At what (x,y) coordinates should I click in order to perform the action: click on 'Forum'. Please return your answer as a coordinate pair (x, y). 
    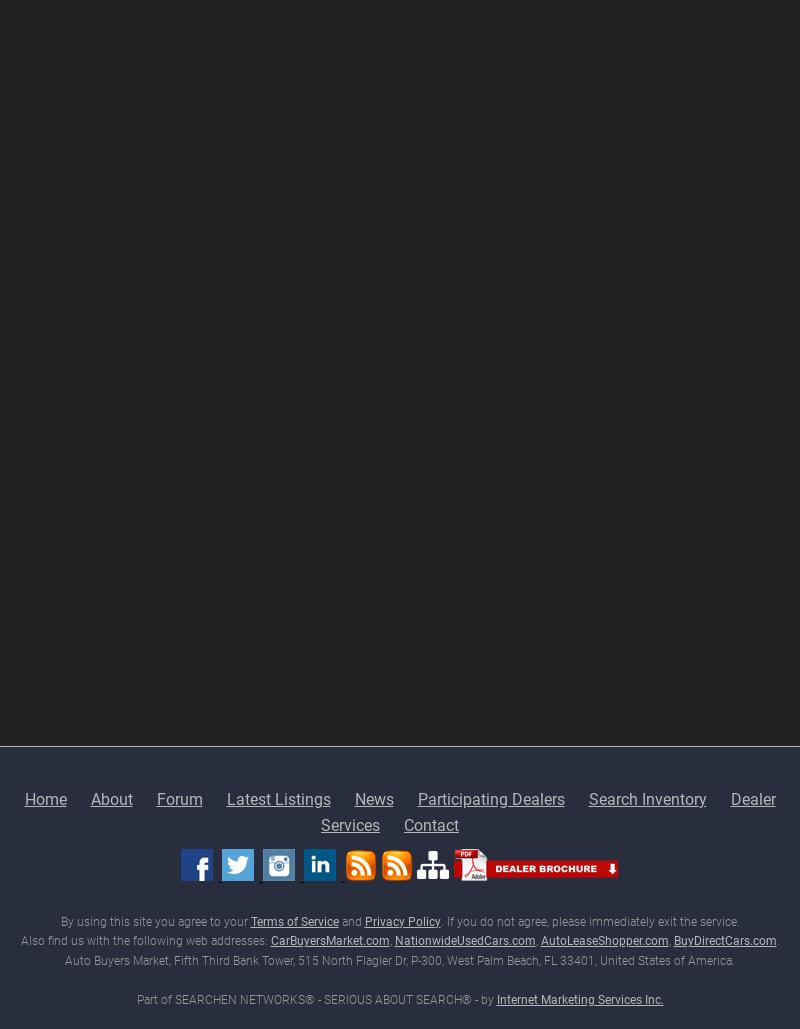
    Looking at the image, I should click on (178, 798).